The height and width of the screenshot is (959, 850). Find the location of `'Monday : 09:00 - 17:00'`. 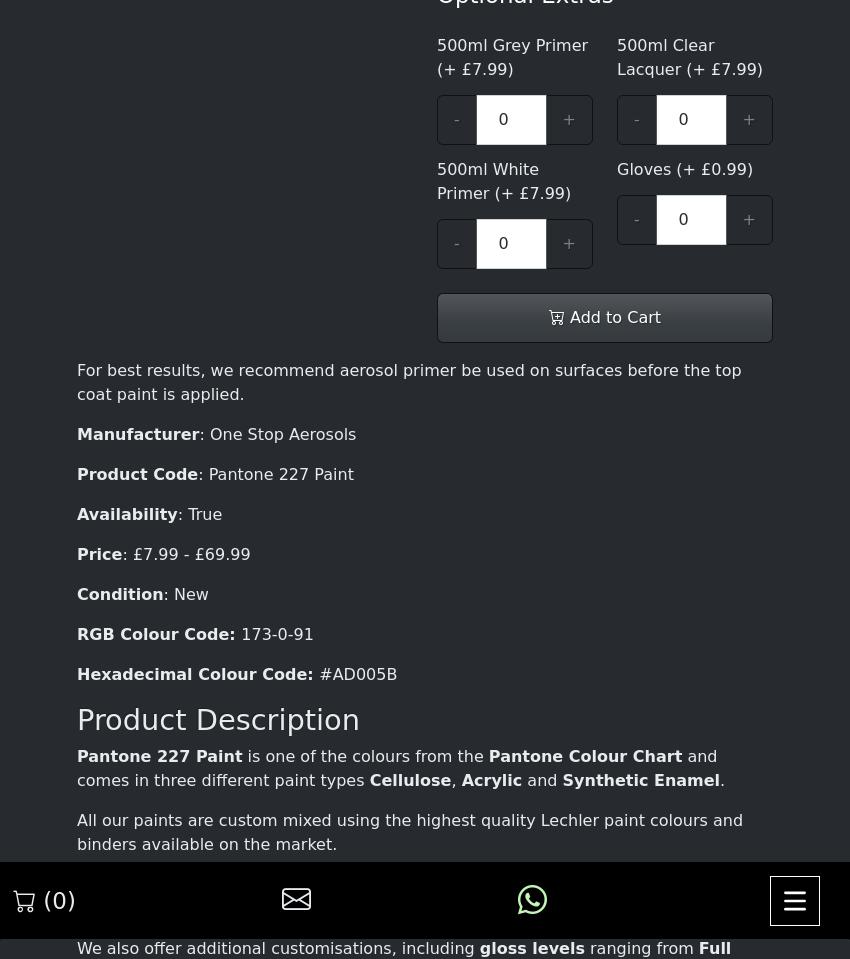

'Monday : 09:00 - 17:00' is located at coordinates (244, 459).